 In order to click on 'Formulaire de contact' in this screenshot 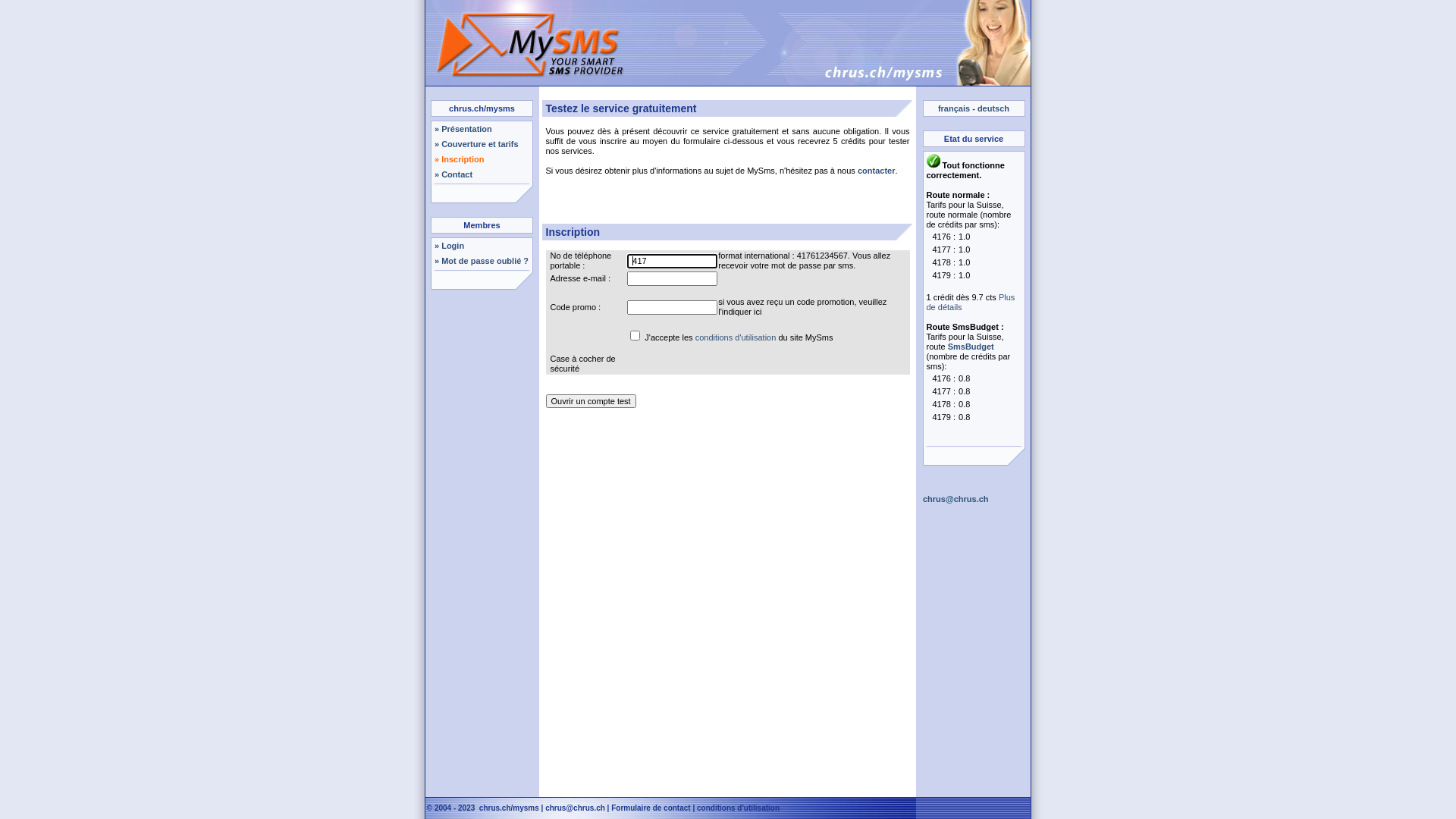, I will do `click(611, 807)`.